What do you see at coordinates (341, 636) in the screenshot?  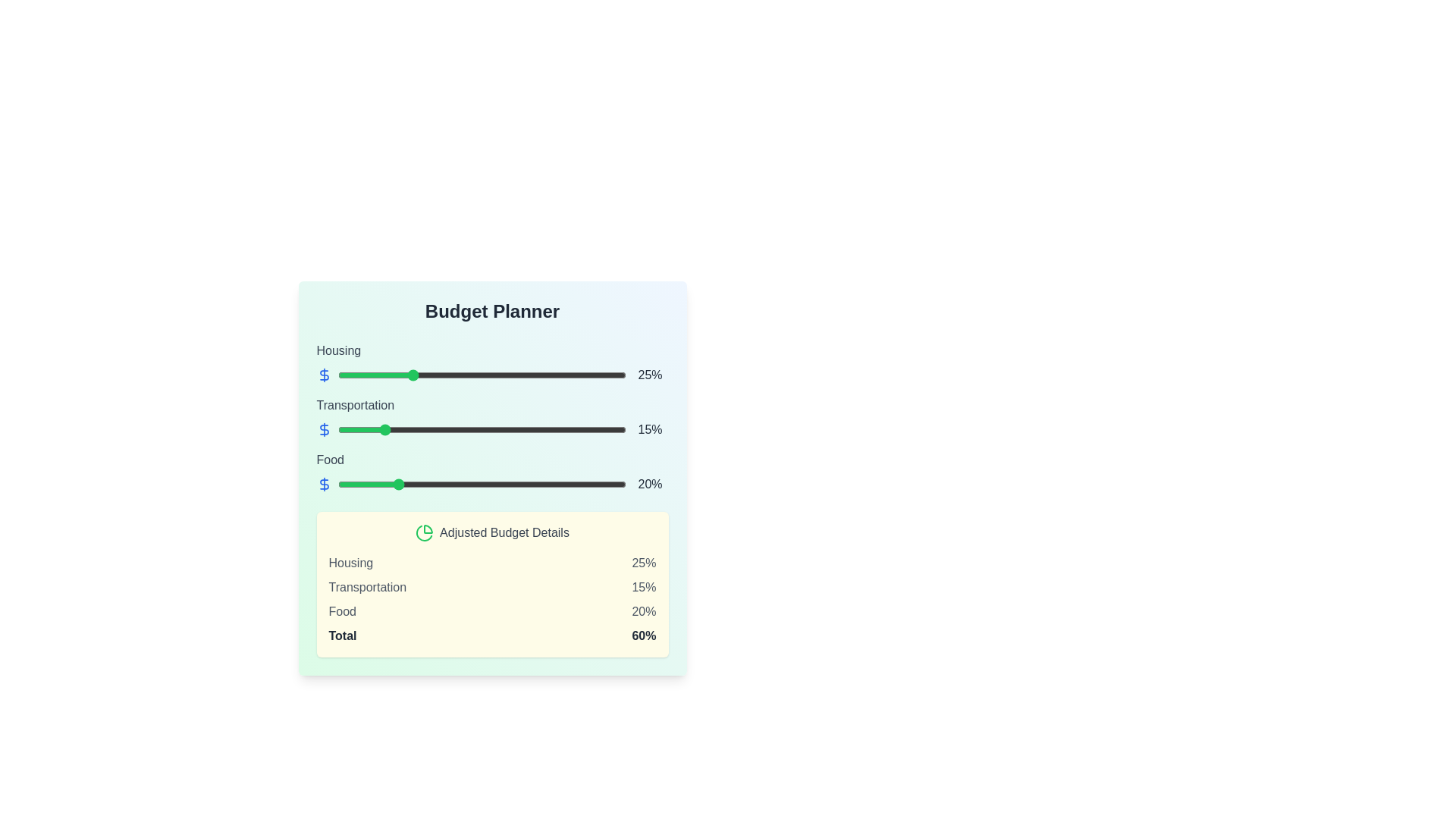 I see `the label text indicating the total value, which is positioned at the bottom-left corner of the summary section, aligned to the left of the '60%' text` at bounding box center [341, 636].